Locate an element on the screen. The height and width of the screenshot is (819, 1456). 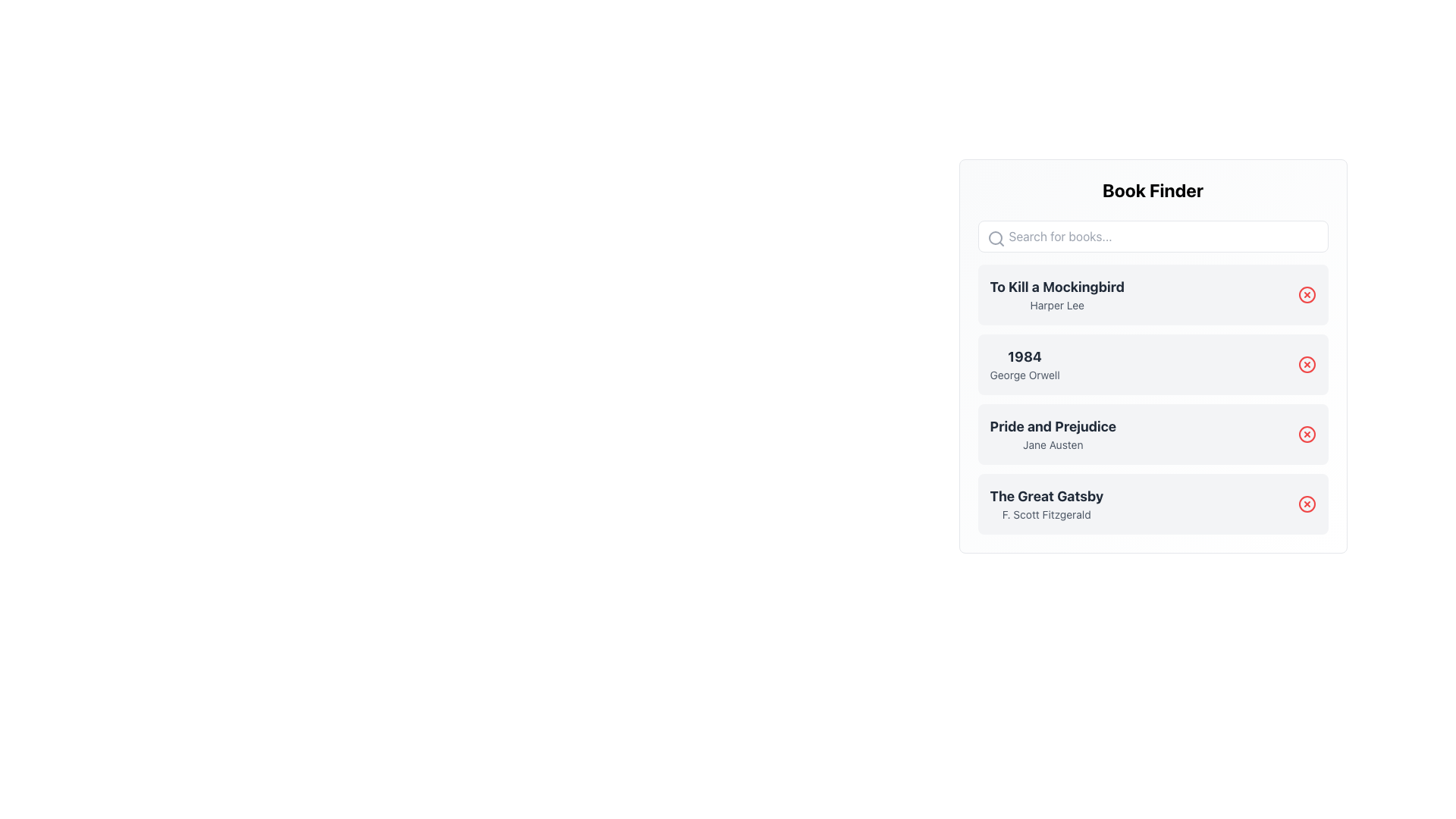
to select the book titled '1984' in the Book Finder application, which is represented as a card-like list item located in the second position of the list is located at coordinates (1153, 356).